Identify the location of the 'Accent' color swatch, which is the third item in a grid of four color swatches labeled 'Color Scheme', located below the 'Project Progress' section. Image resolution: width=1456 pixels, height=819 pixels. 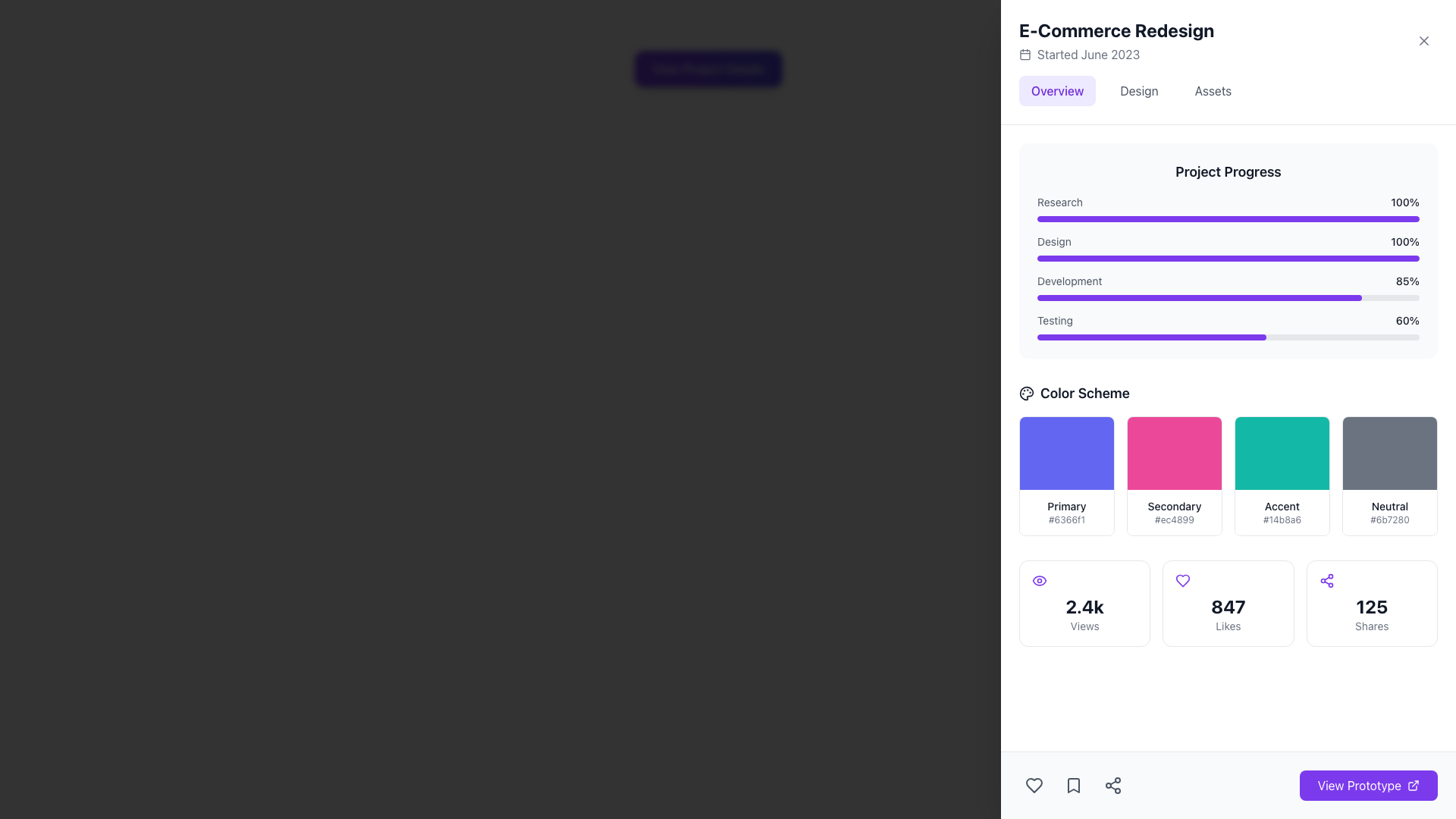
(1228, 458).